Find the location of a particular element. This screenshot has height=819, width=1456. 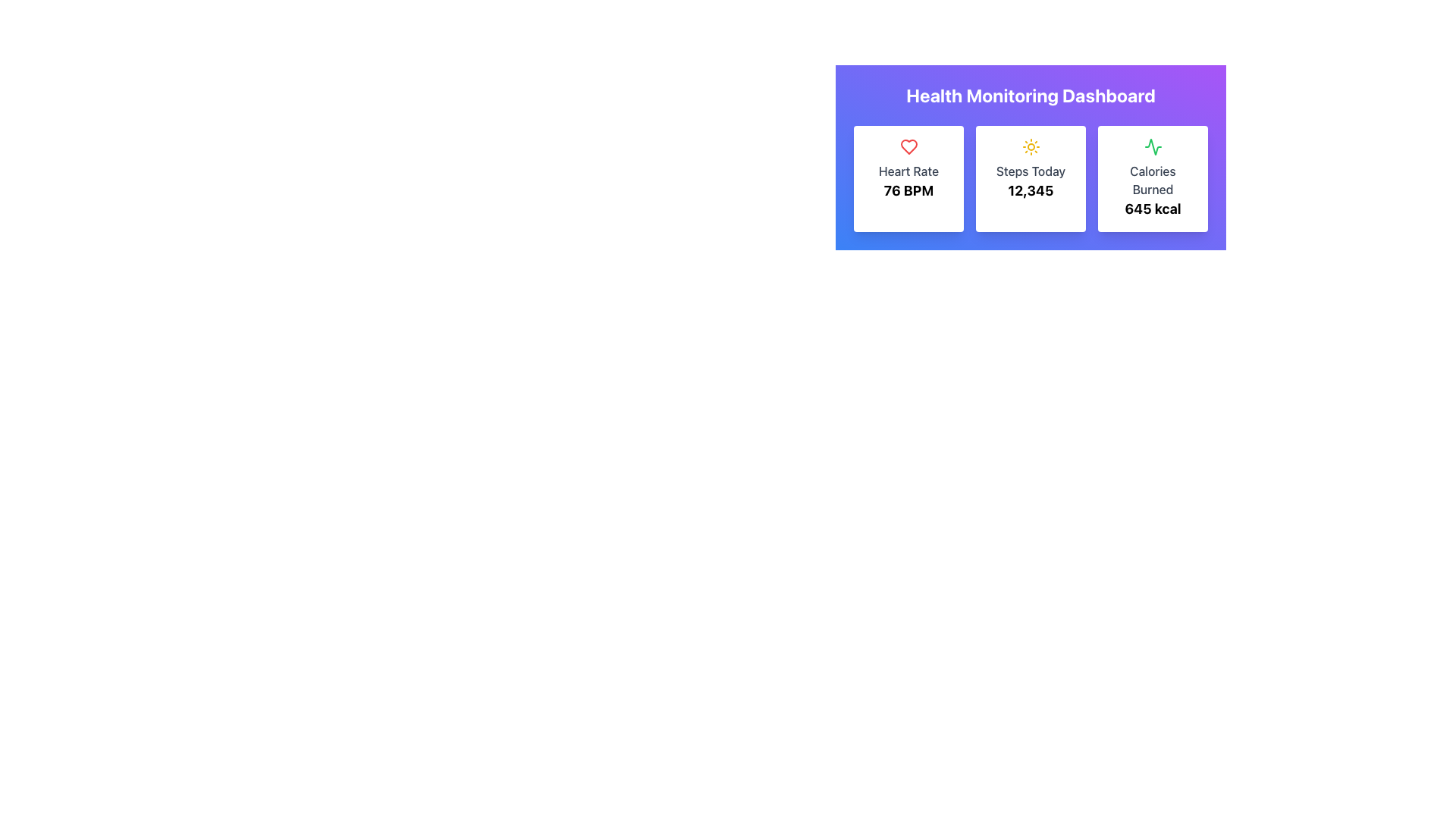

the displayed information on the Info card showing 'Calories Burned' and '645 kcal', located in the rightmost position among three white cards is located at coordinates (1153, 177).